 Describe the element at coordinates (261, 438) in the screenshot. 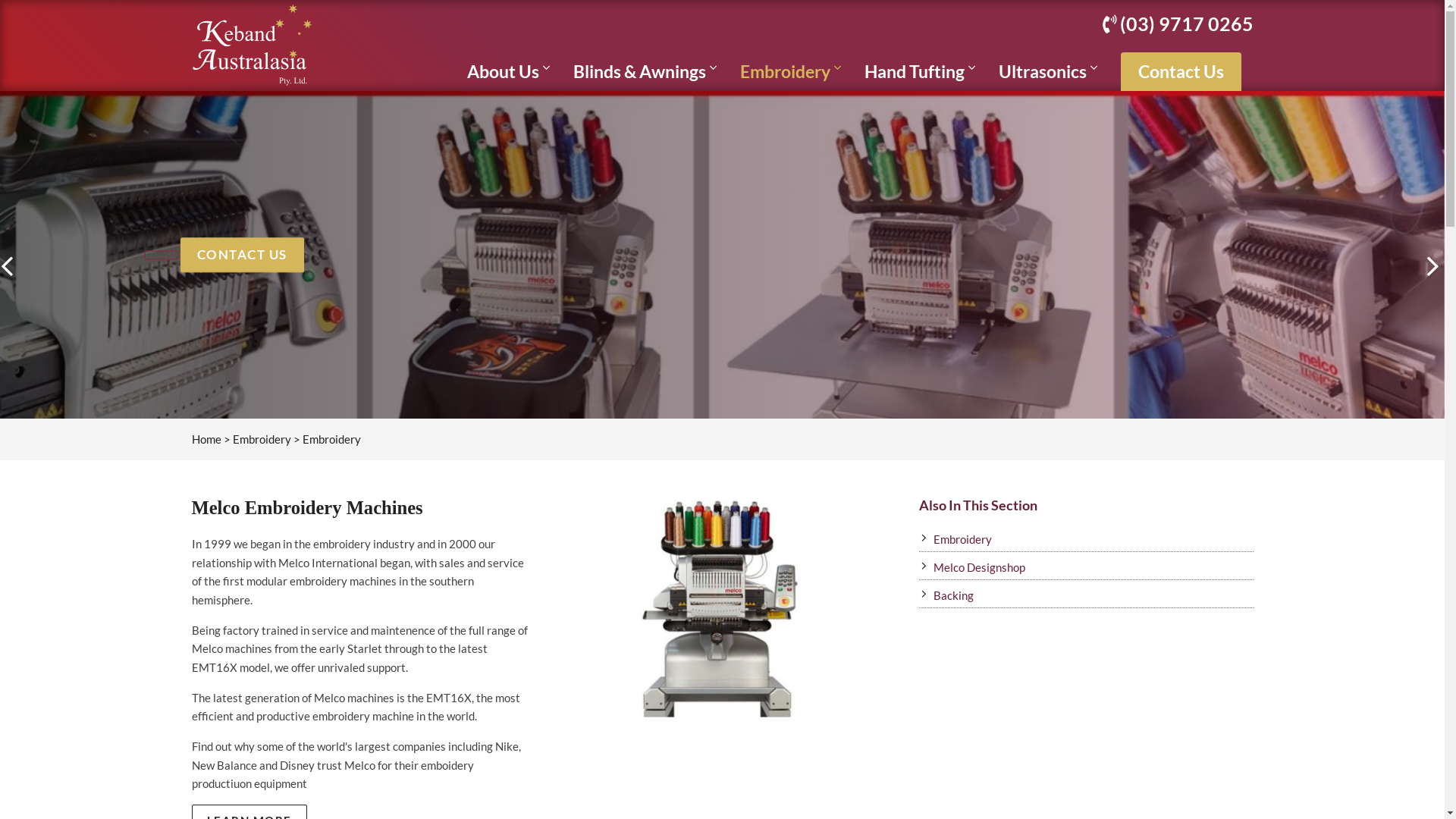

I see `'Embroidery'` at that location.